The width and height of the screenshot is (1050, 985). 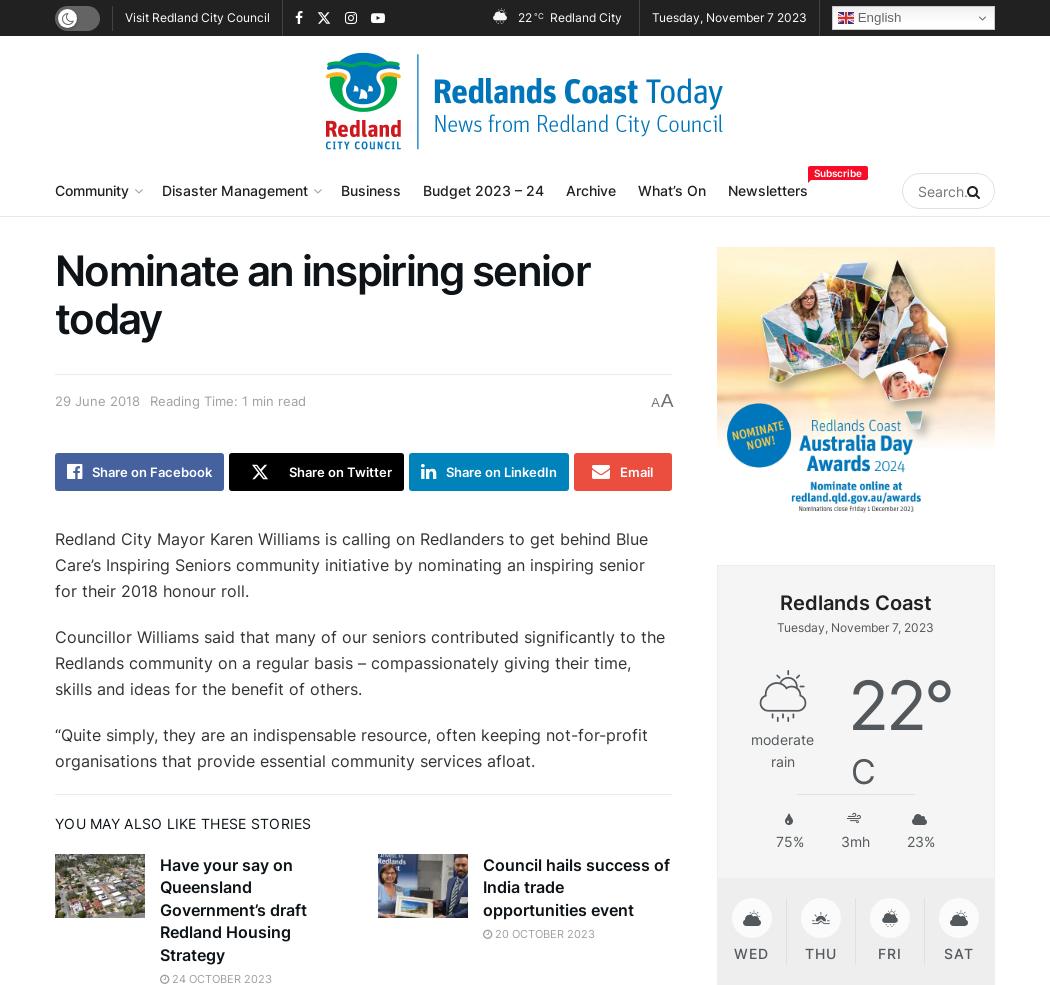 What do you see at coordinates (359, 661) in the screenshot?
I see `'Councillor Williams said that many of our seniors contributed significantly to the Redlands community on a regular basis – compassionately giving their time, skills and ideas for the benefit of others.'` at bounding box center [359, 661].